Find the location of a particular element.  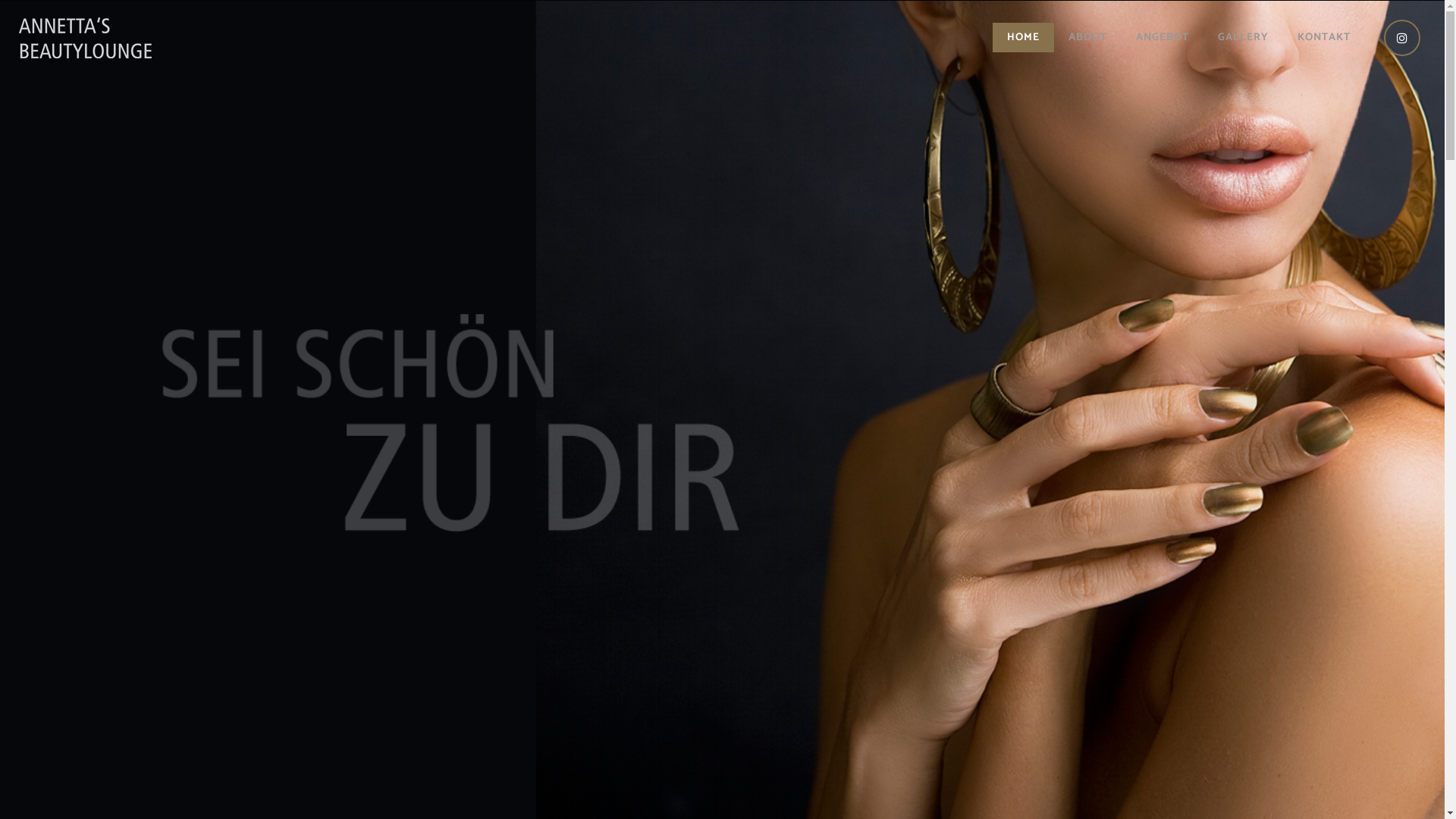

'GALLERY' is located at coordinates (1243, 37).